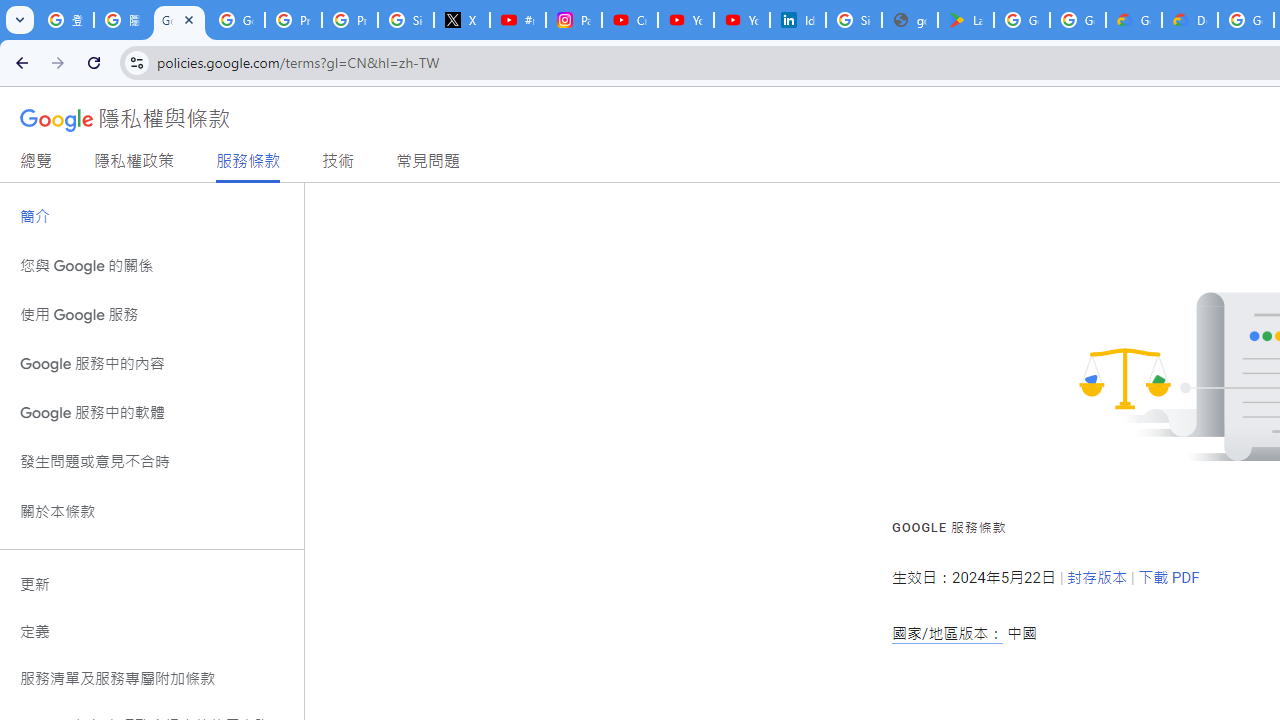 This screenshot has width=1280, height=720. Describe the element at coordinates (853, 20) in the screenshot. I see `'Sign in - Google Accounts'` at that location.